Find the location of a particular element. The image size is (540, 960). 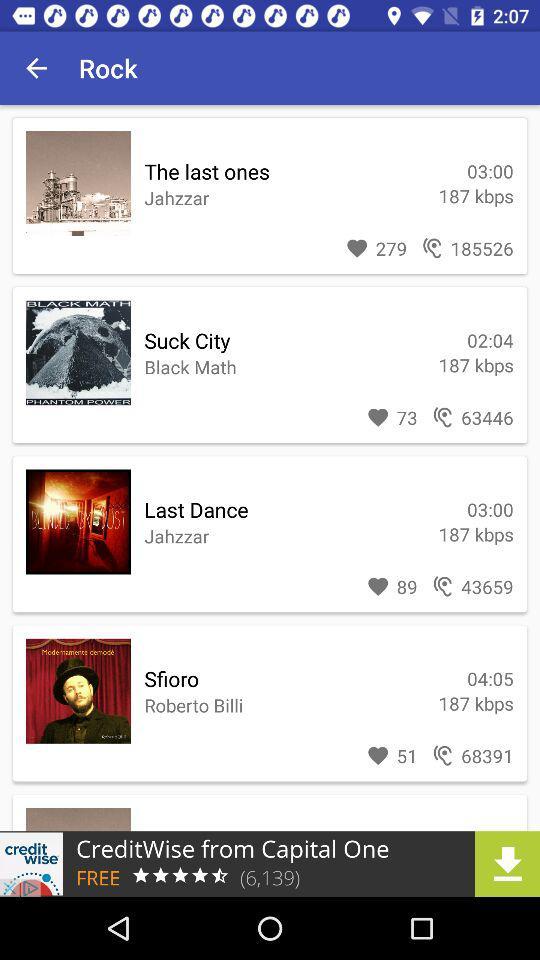

advertisement is located at coordinates (270, 863).